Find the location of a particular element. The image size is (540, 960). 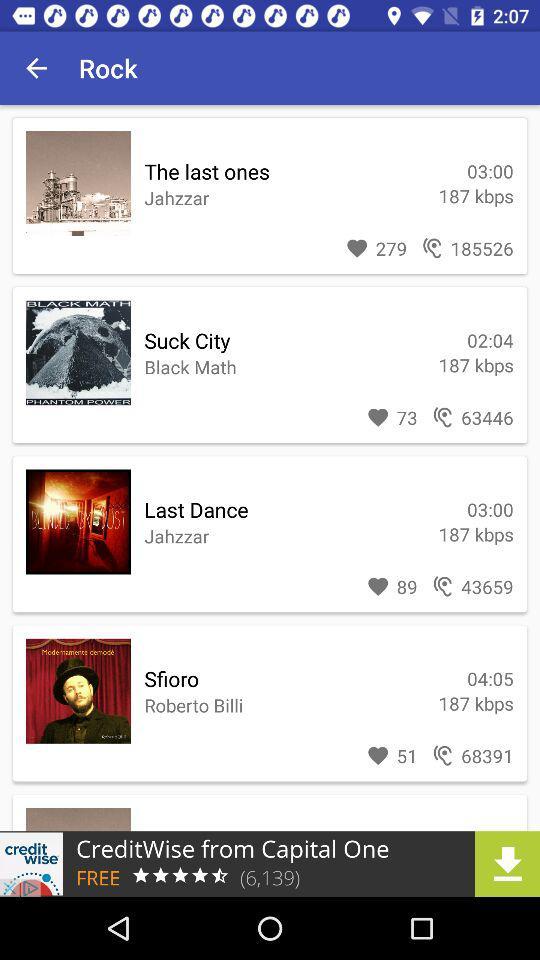

advertisement is located at coordinates (270, 863).